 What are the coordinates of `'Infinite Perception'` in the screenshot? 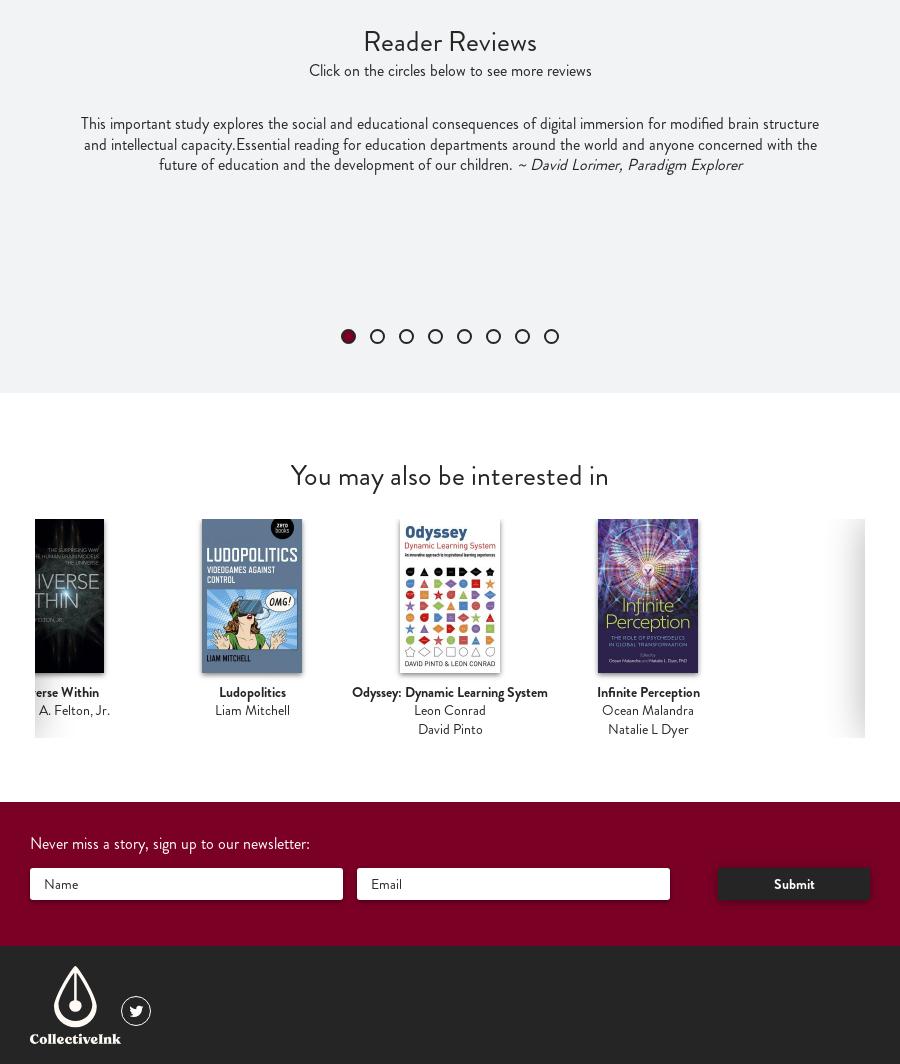 It's located at (647, 692).